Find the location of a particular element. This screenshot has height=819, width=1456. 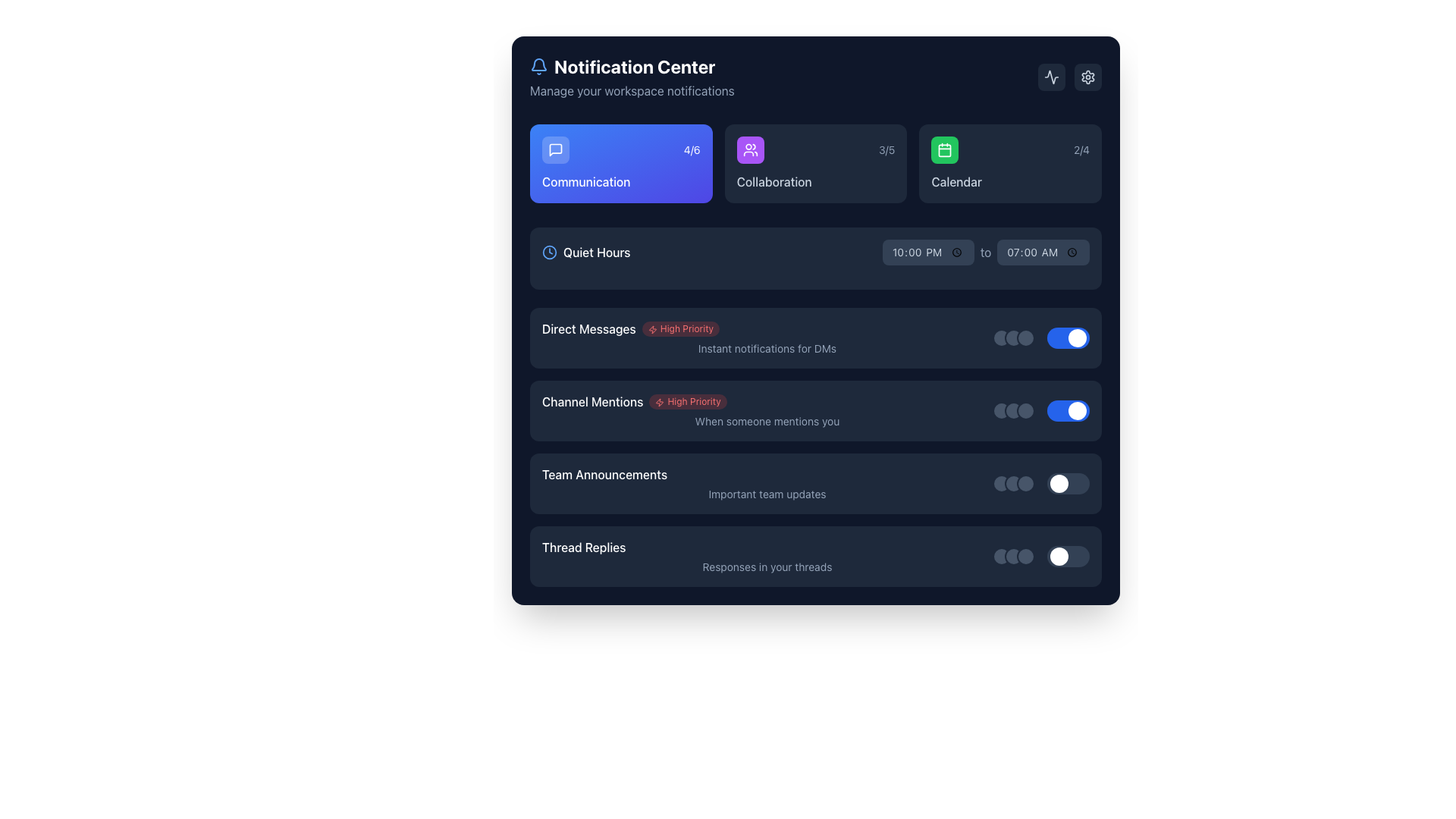

the static text label indicating 'Thread Replies', which is positioned beneath the 'Team Announcements' option in the notification preference settings is located at coordinates (583, 547).